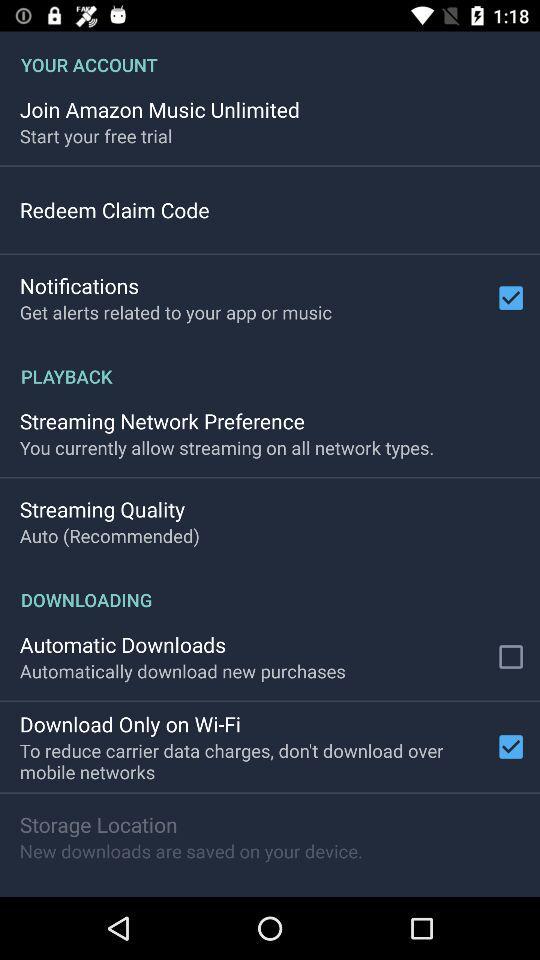 This screenshot has height=960, width=540. I want to click on item above the notifications, so click(114, 210).